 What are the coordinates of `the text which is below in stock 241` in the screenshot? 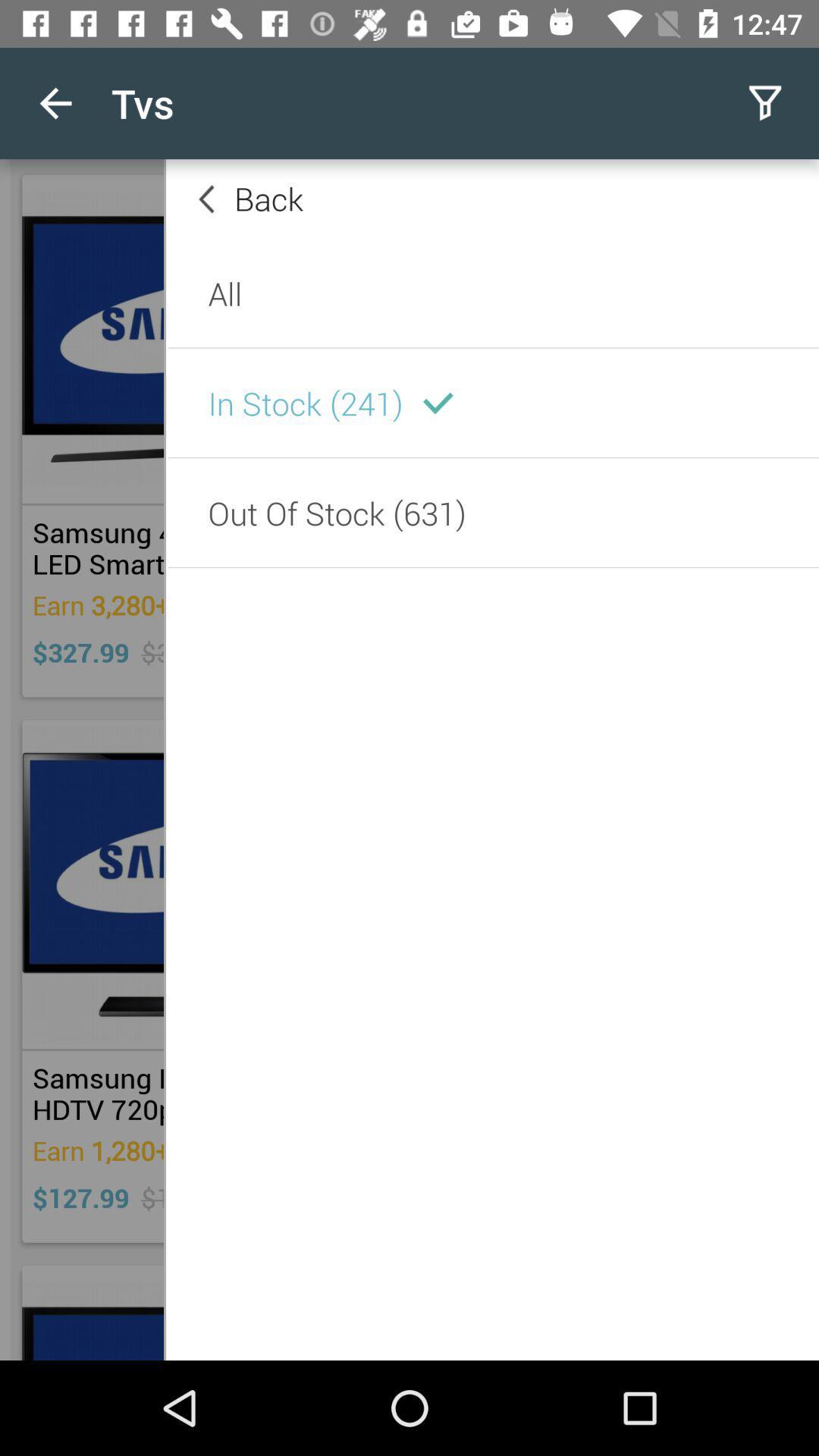 It's located at (491, 543).